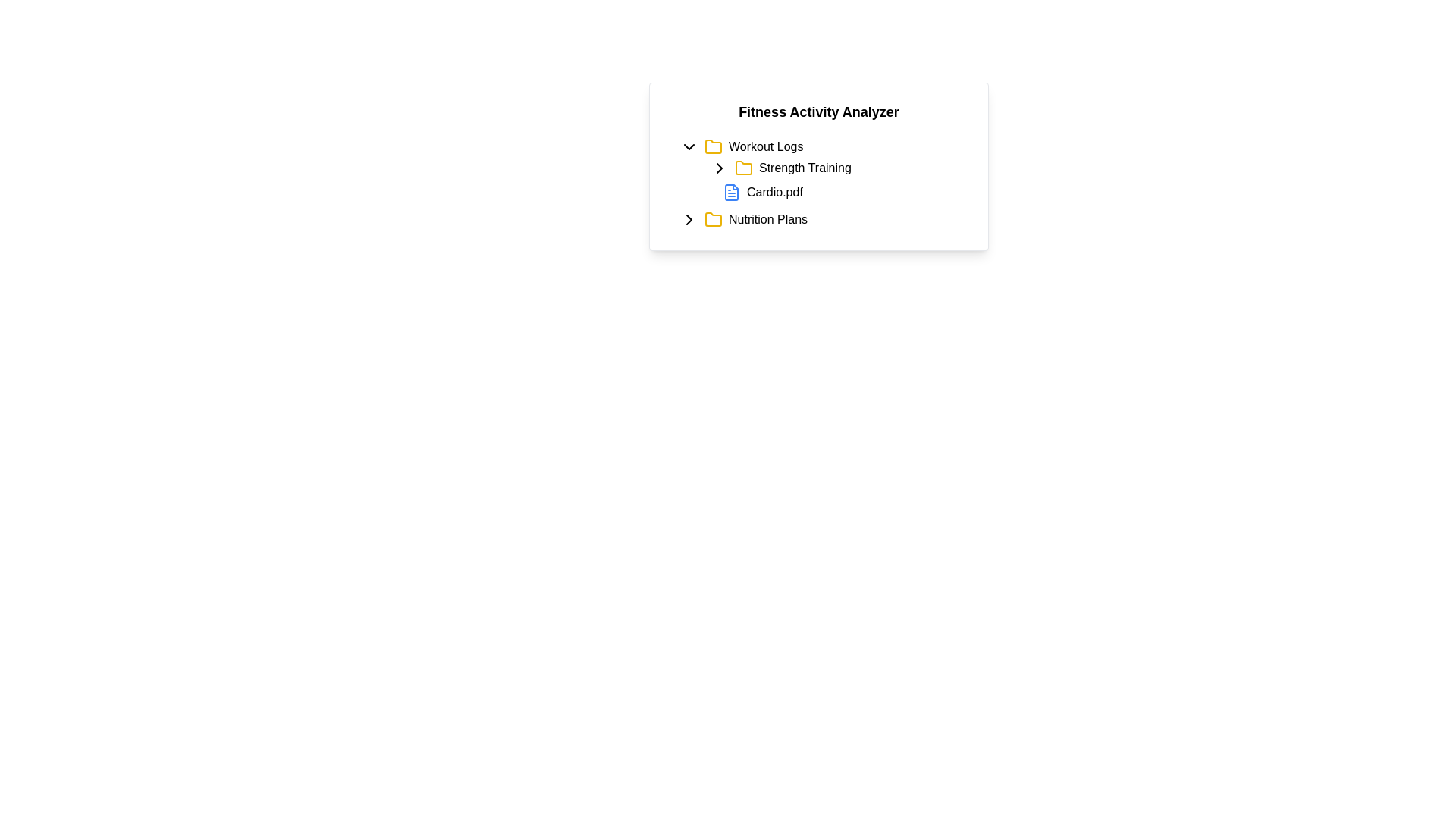  Describe the element at coordinates (712, 219) in the screenshot. I see `the yellow folder icon with rounded edges located in the list item context for 'Nutrition Plans'` at that location.